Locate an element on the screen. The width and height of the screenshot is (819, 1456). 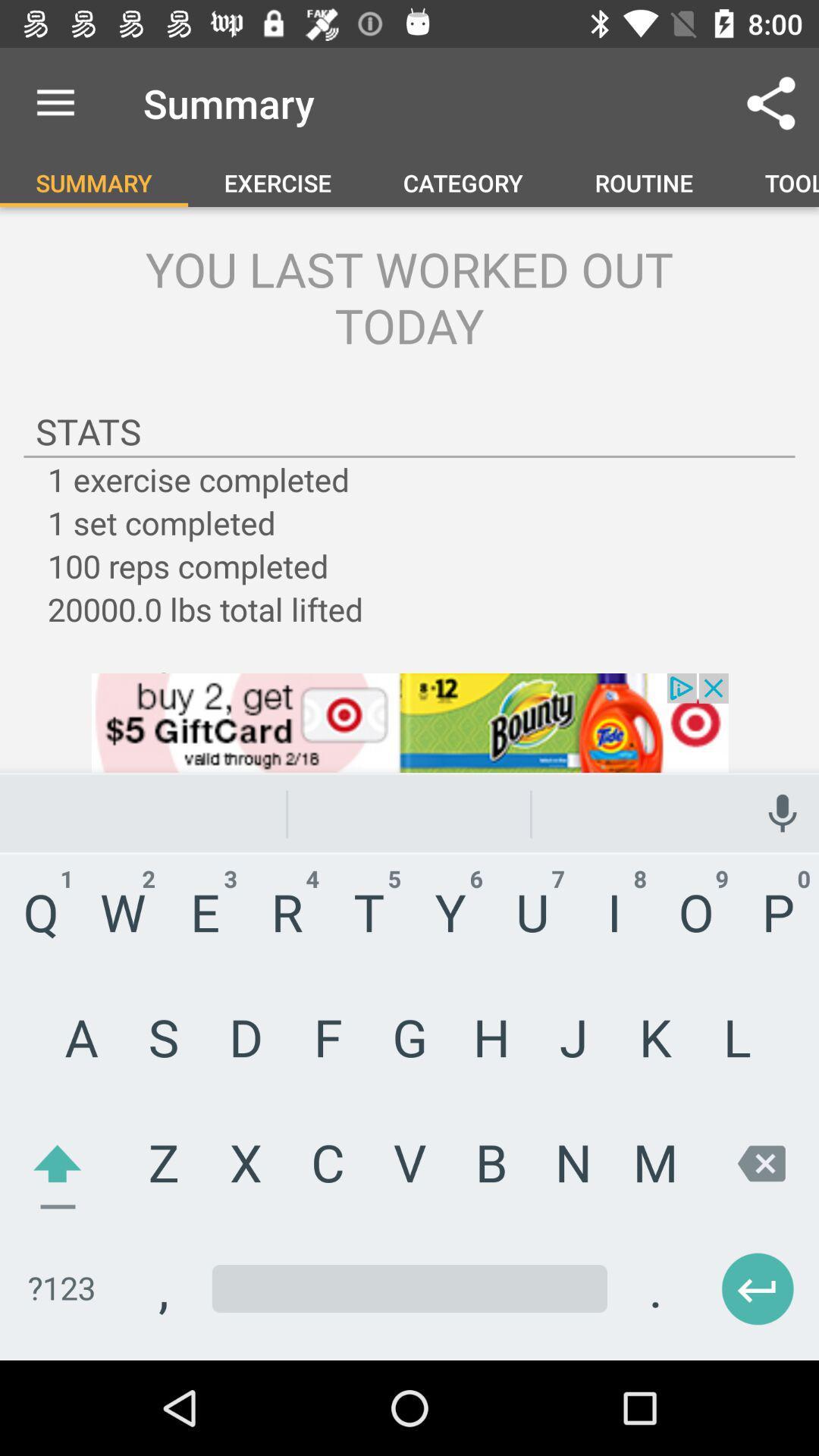
the category option is located at coordinates (462, 182).